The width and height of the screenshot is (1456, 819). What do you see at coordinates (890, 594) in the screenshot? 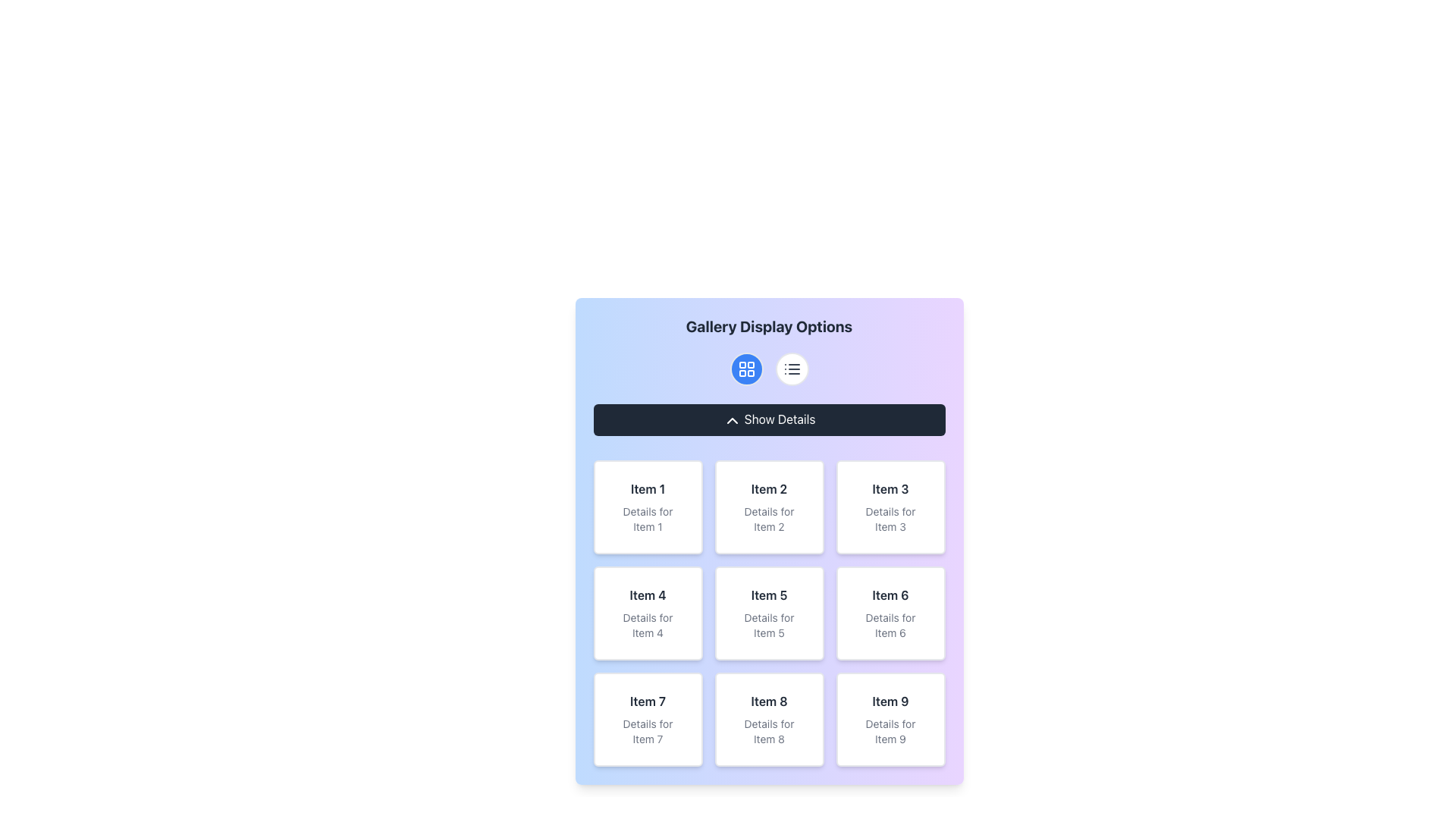
I see `the text label reading 'Item 6' which is styled with a bold font and dark gray color, located at the center of the sixth card in a 3x3 grid layout, above the text 'Details for Item 6'` at bounding box center [890, 594].